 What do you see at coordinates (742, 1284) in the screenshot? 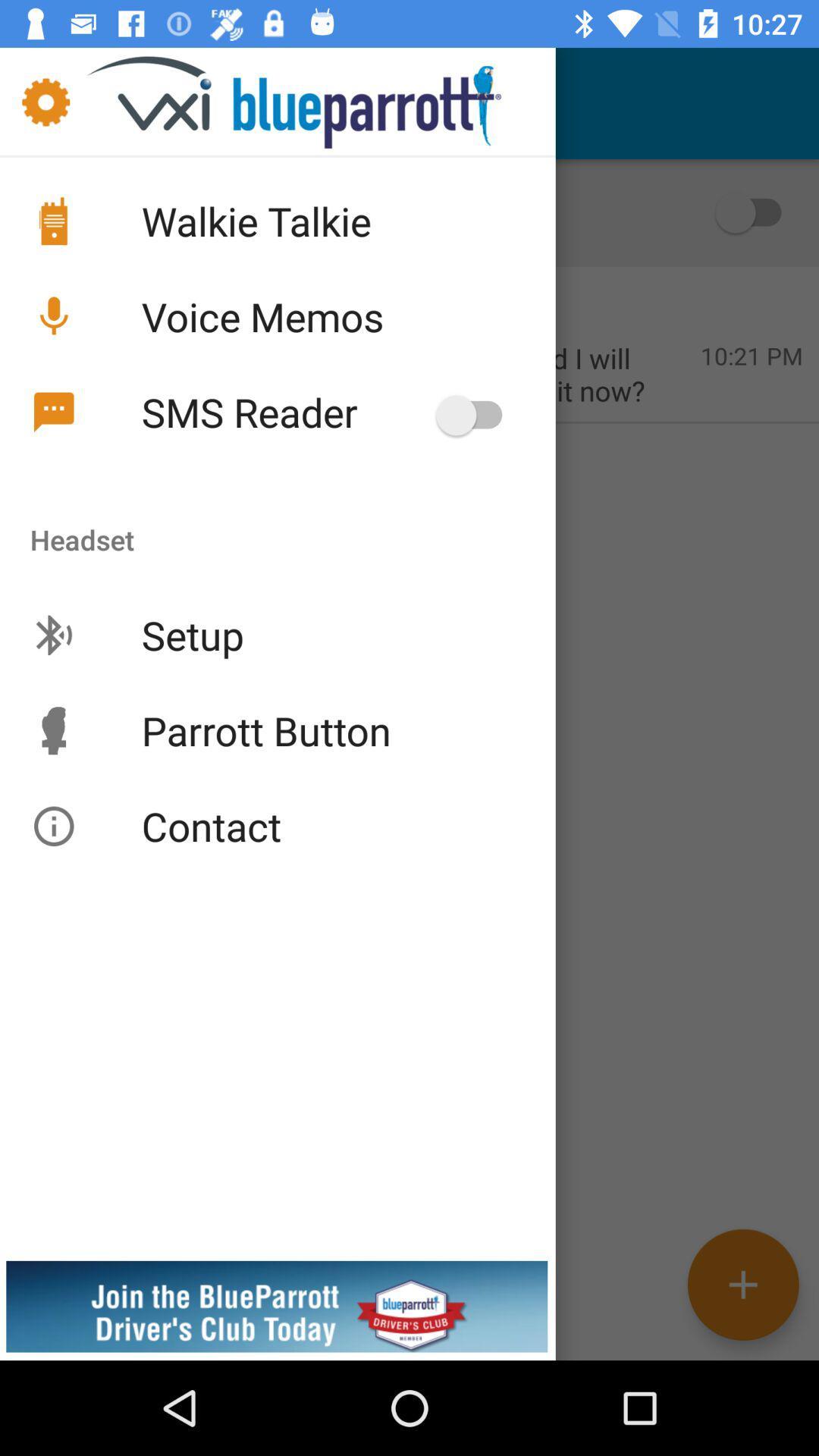
I see `the add icon` at bounding box center [742, 1284].